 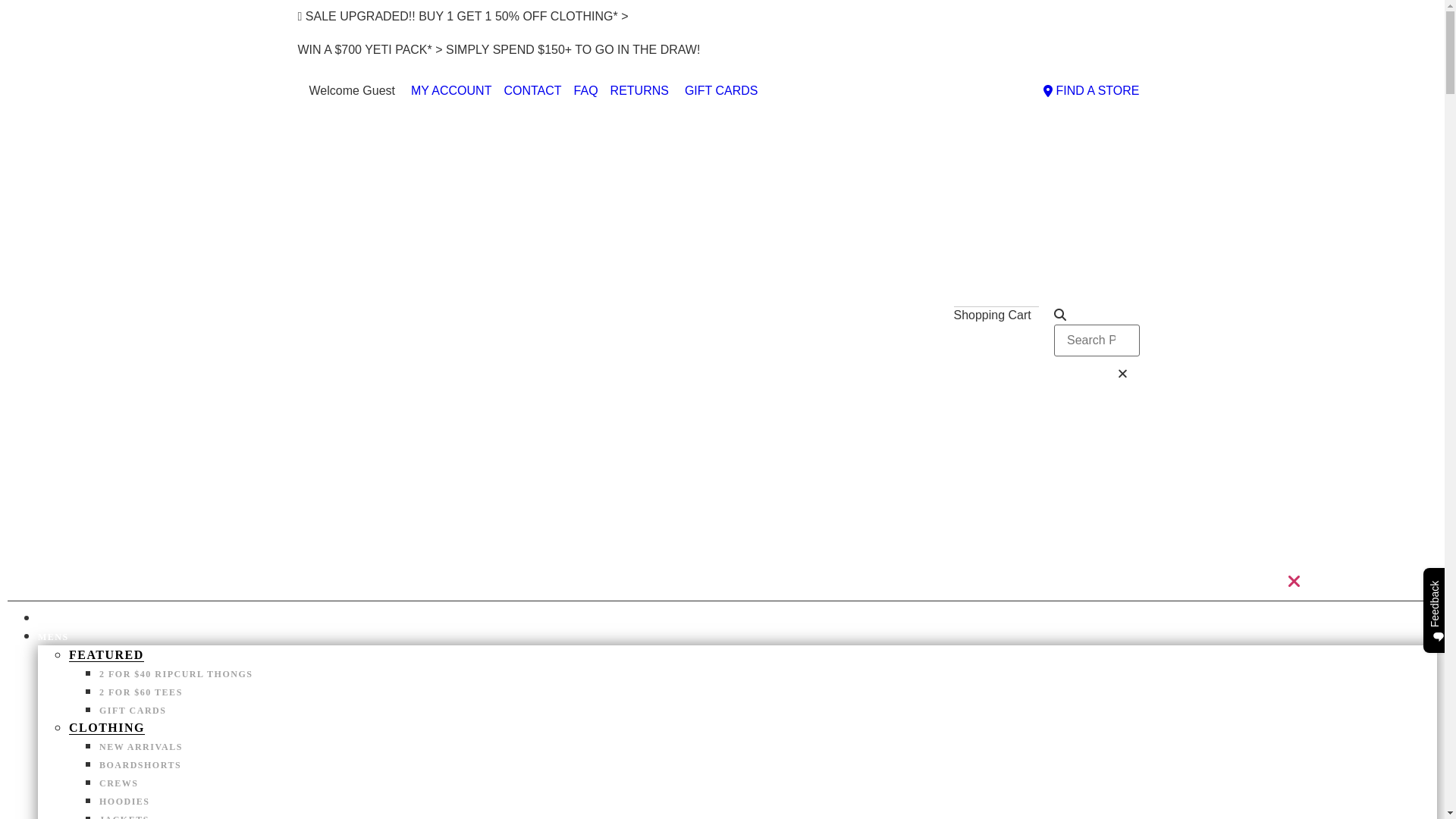 What do you see at coordinates (98, 783) in the screenshot?
I see `'CREWS'` at bounding box center [98, 783].